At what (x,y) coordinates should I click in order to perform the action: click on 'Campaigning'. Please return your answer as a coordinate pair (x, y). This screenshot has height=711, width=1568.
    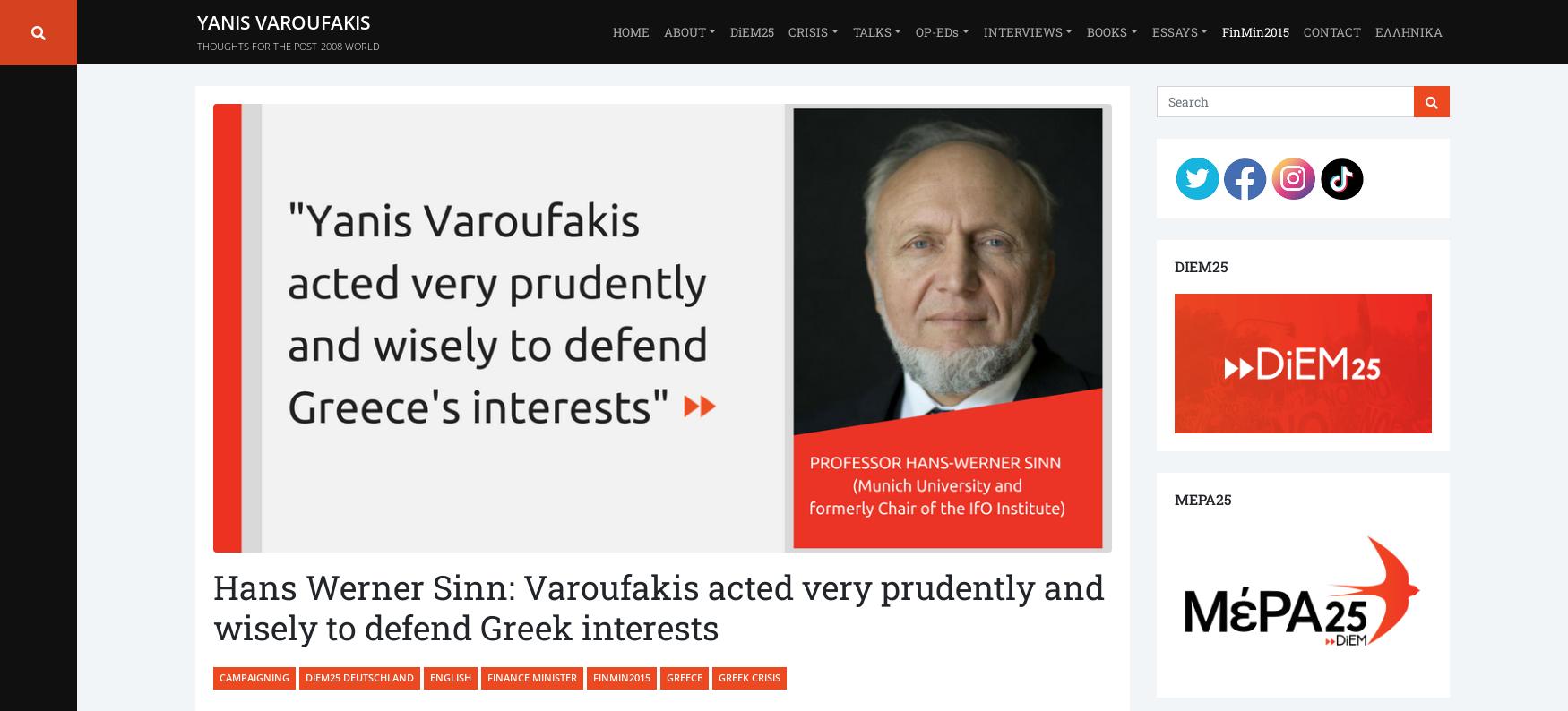
    Looking at the image, I should click on (254, 677).